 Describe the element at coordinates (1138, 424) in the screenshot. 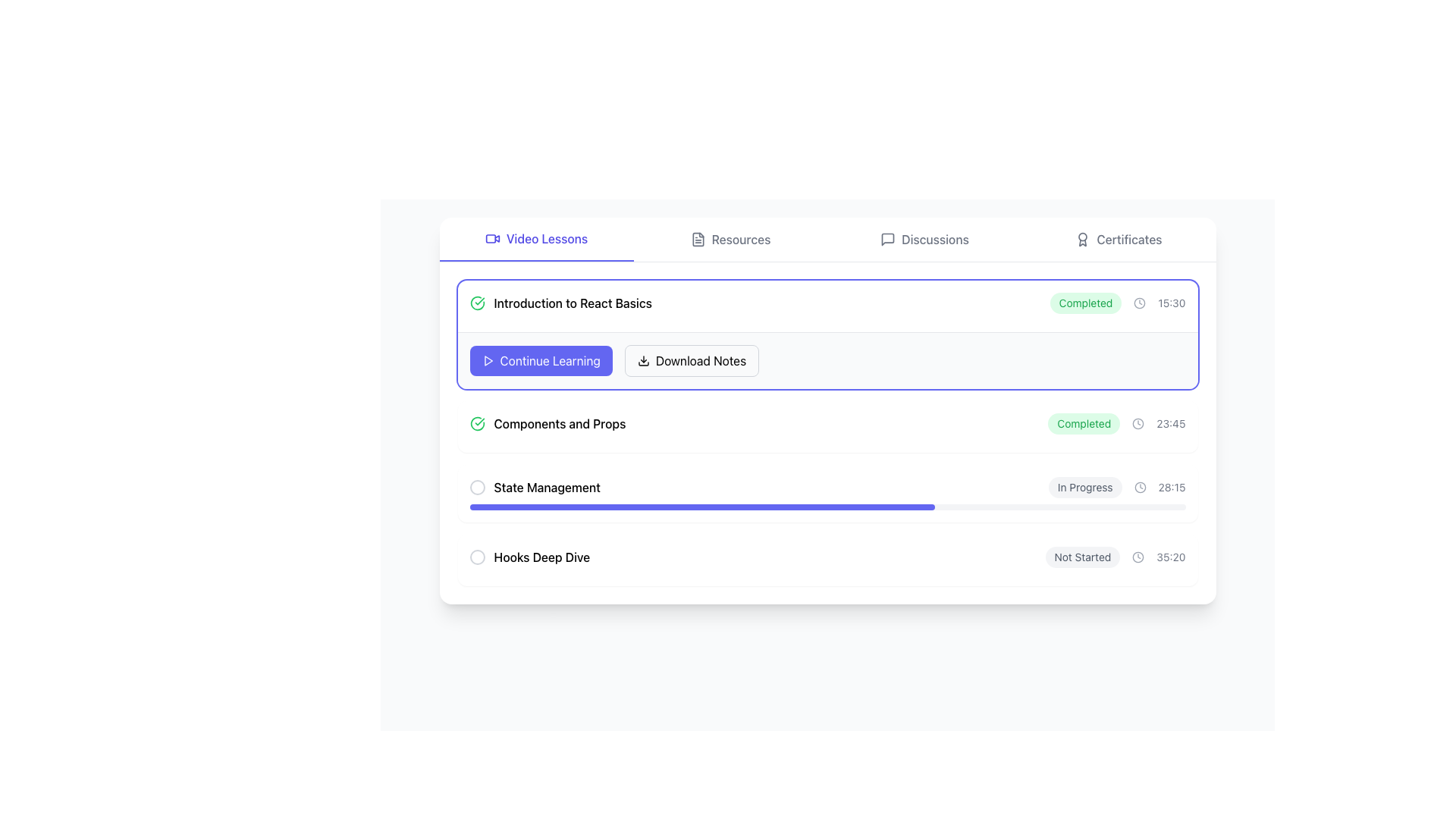

I see `the SVG Circle that represents the outer boundary of the clock in the 'Components and Props' section, indicating the 'Completed' status of an item` at that location.